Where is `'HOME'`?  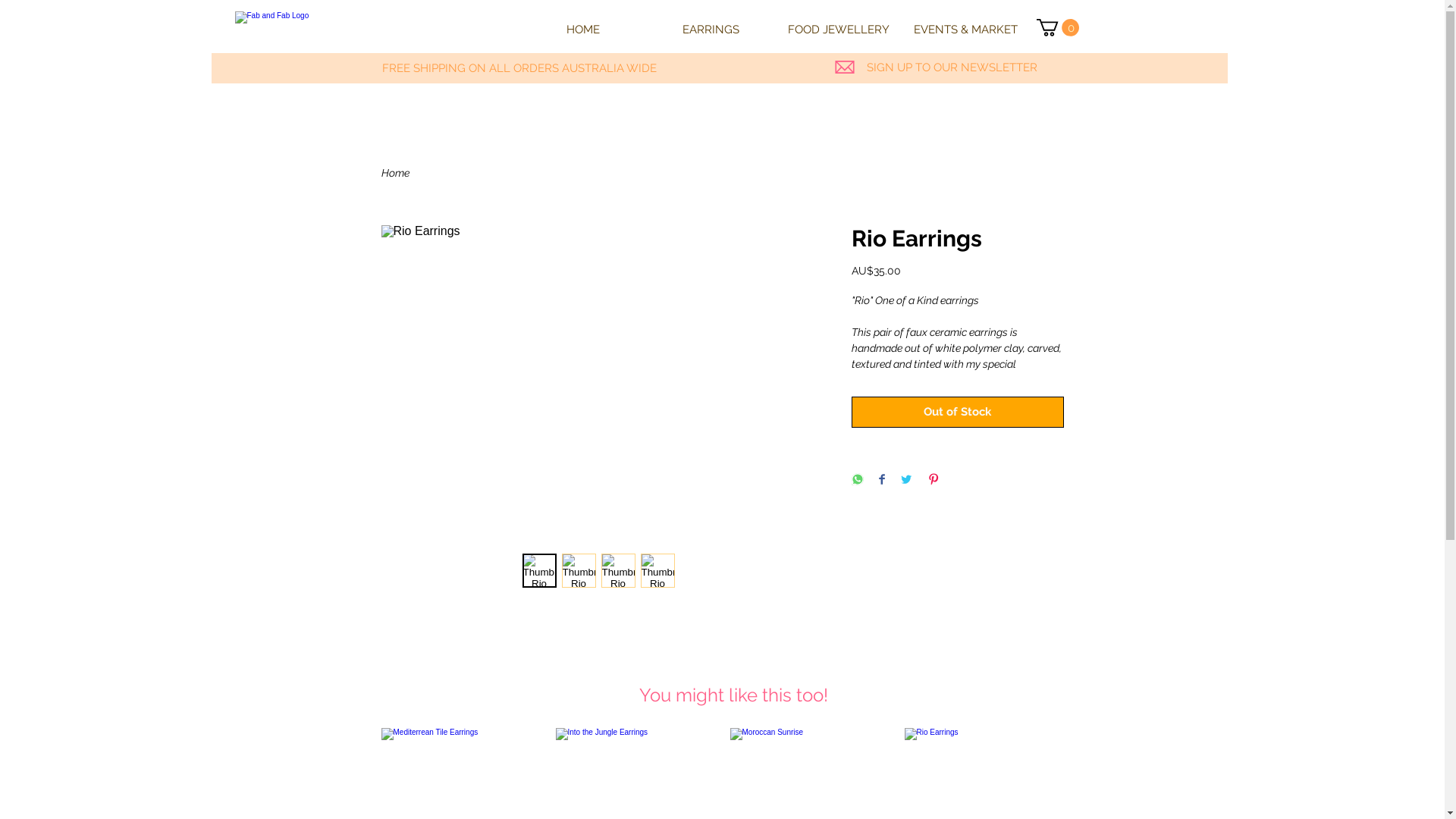 'HOME' is located at coordinates (582, 30).